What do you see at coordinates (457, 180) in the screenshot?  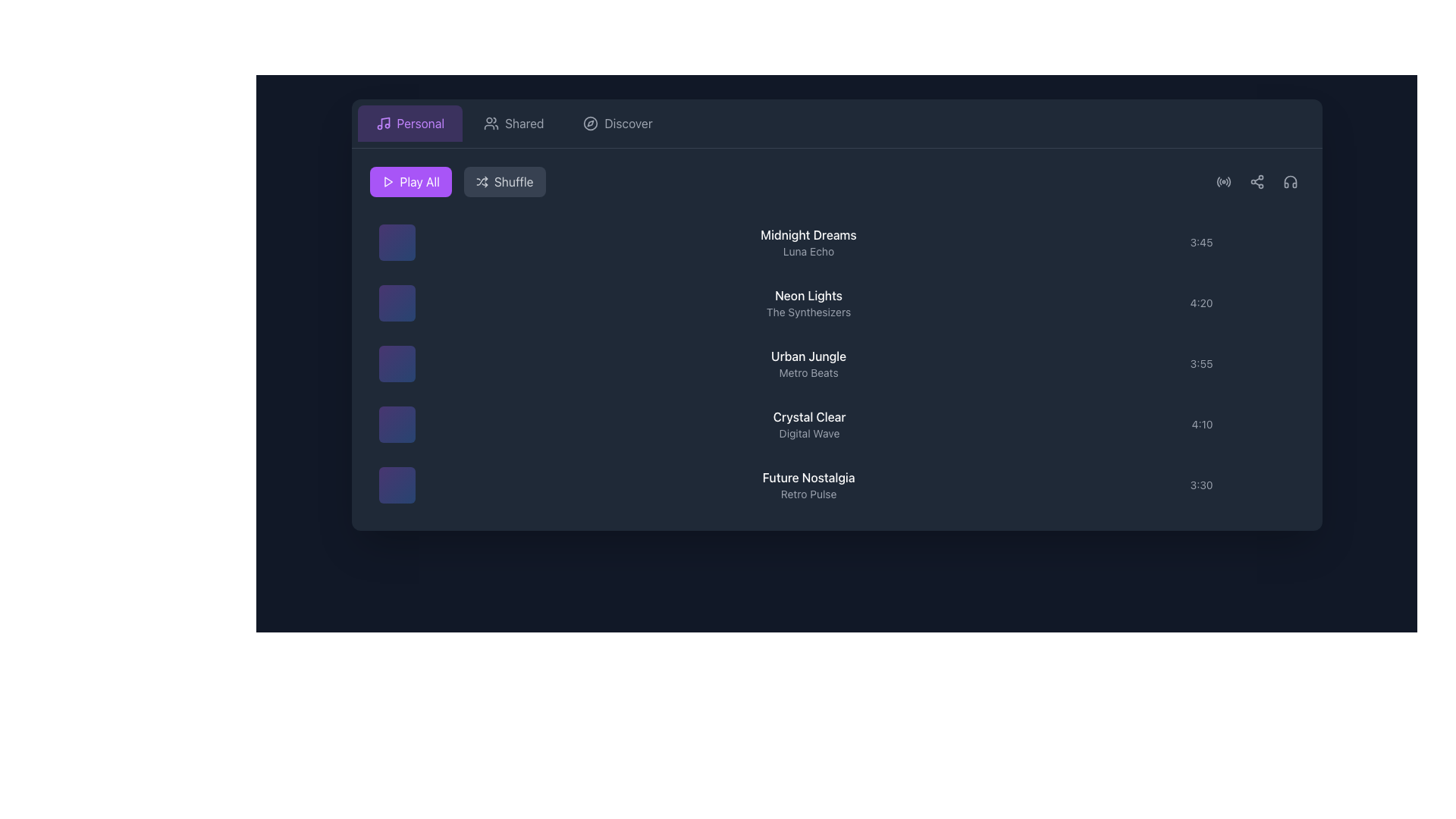 I see `the 'Shuffle' button, which is the right interactive button in the group styled with a gray background and light gray text` at bounding box center [457, 180].